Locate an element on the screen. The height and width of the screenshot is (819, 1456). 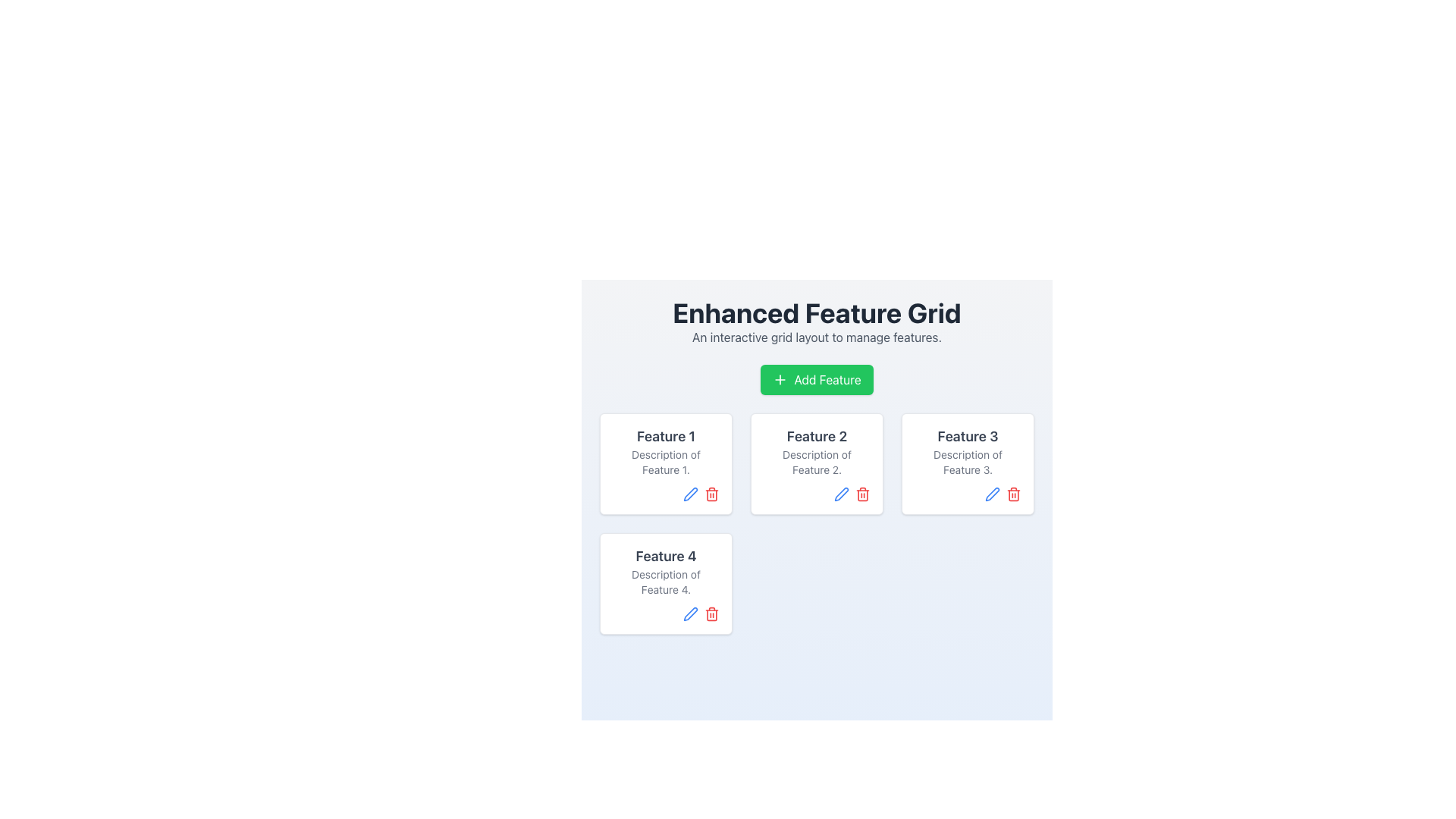
the label providing descriptive text for a specific feature located in the second card from the left in the top row of a grid layout is located at coordinates (816, 451).